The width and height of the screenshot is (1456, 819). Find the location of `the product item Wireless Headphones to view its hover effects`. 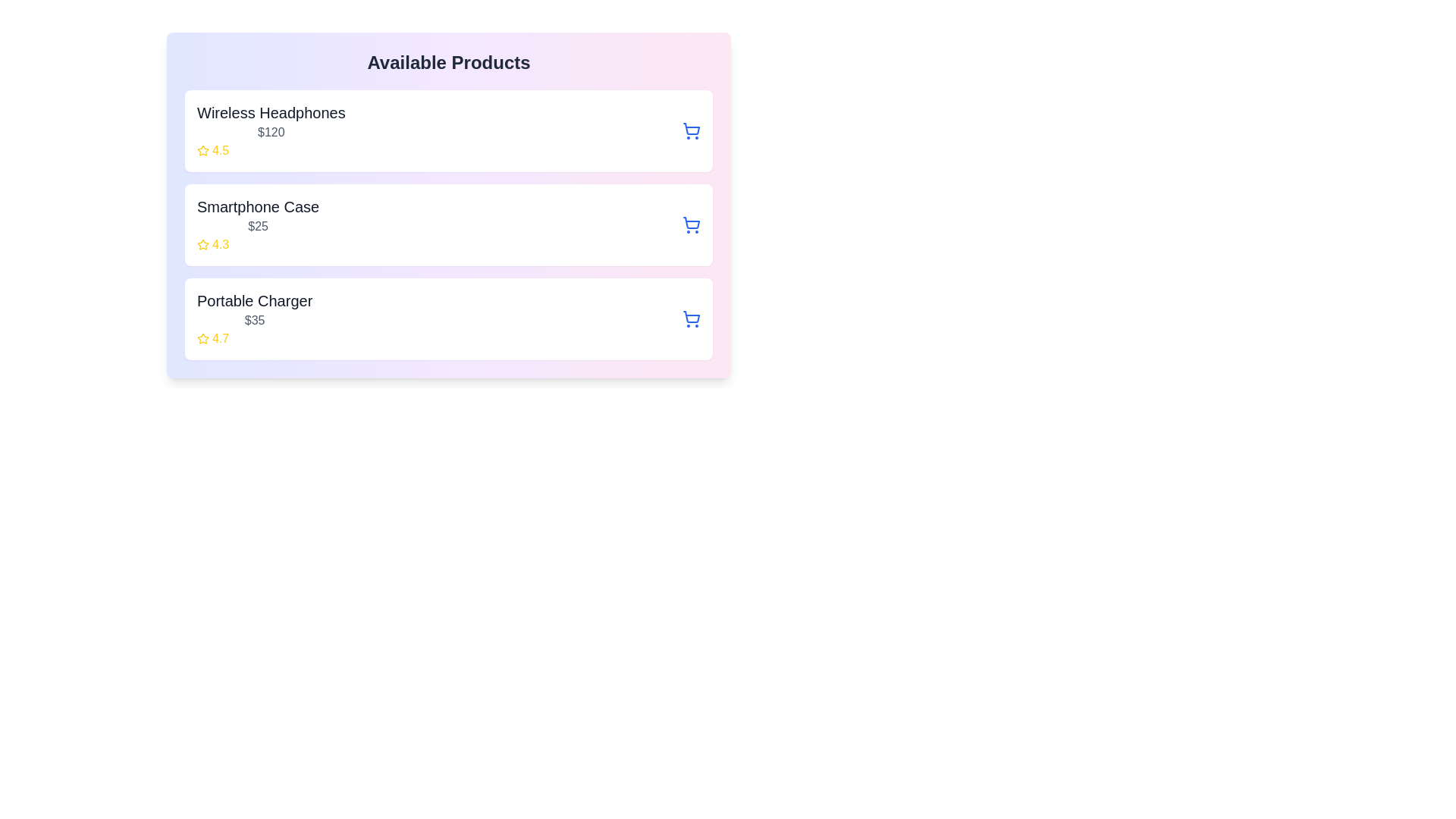

the product item Wireless Headphones to view its hover effects is located at coordinates (447, 130).